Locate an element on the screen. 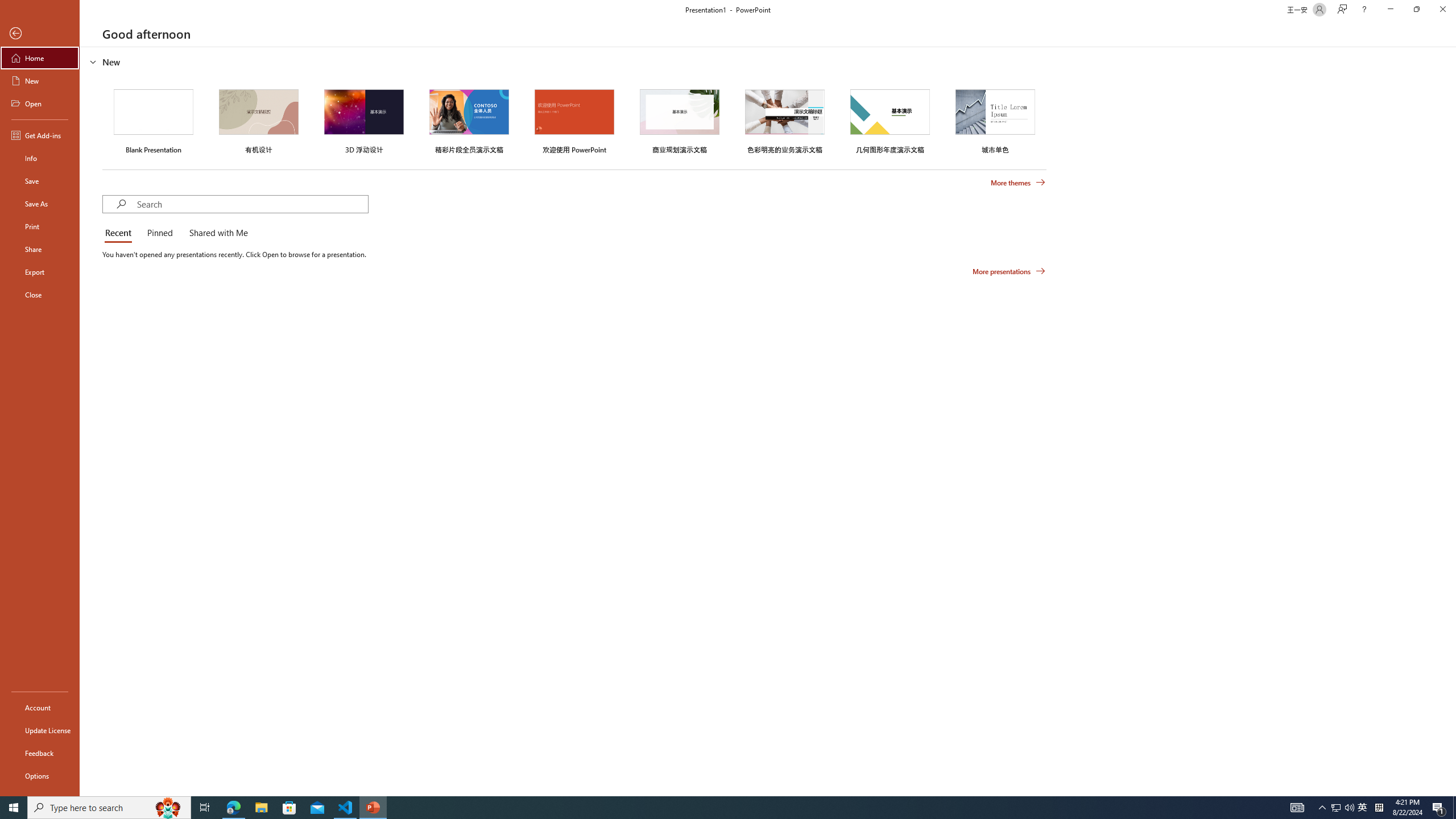 This screenshot has height=819, width=1456. 'More presentations' is located at coordinates (1008, 270).